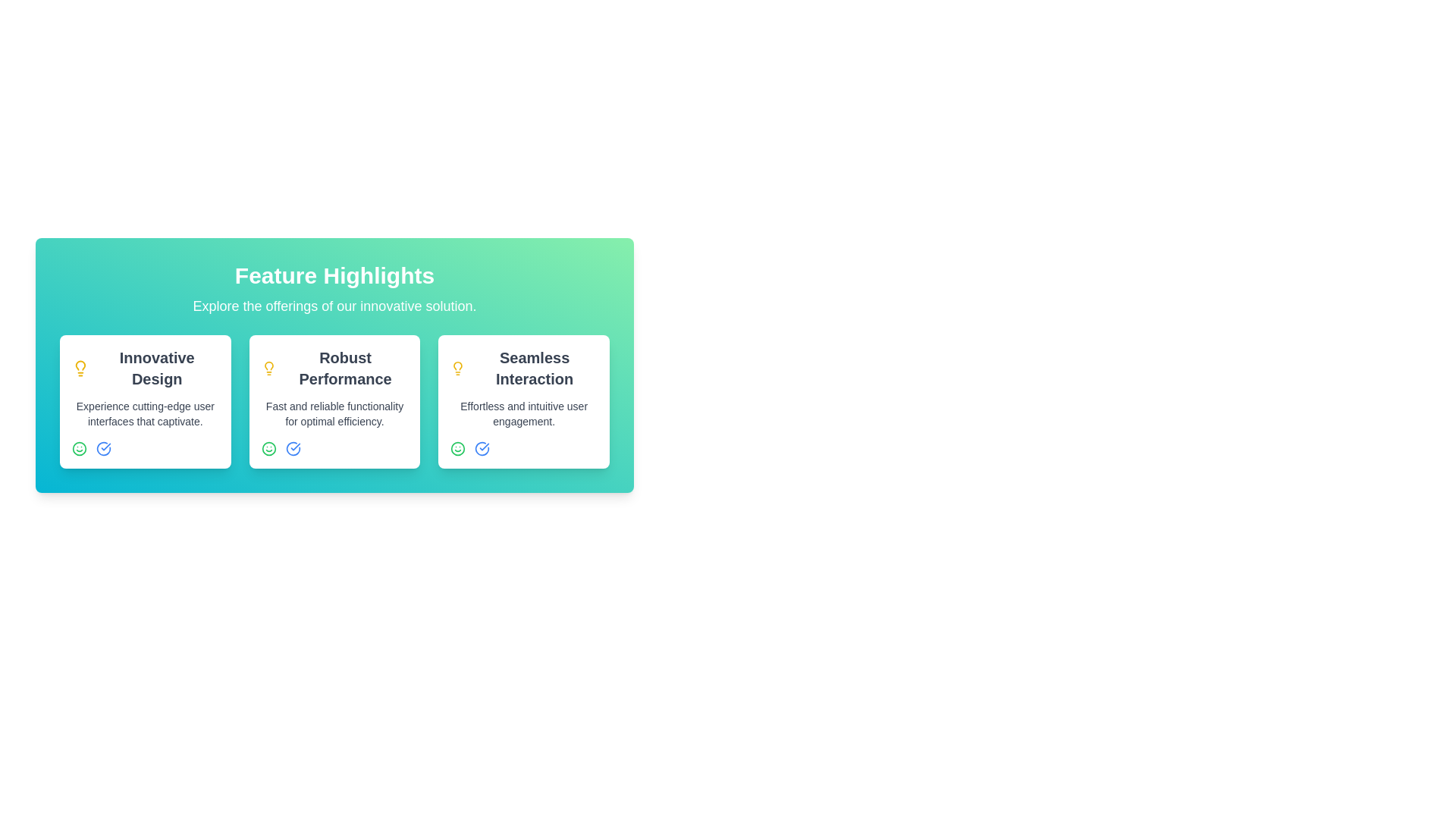  I want to click on the lightbulb icon located at the top-left of the 'Seamless Interaction' card to trigger a tooltip or visual feedback, so click(457, 369).